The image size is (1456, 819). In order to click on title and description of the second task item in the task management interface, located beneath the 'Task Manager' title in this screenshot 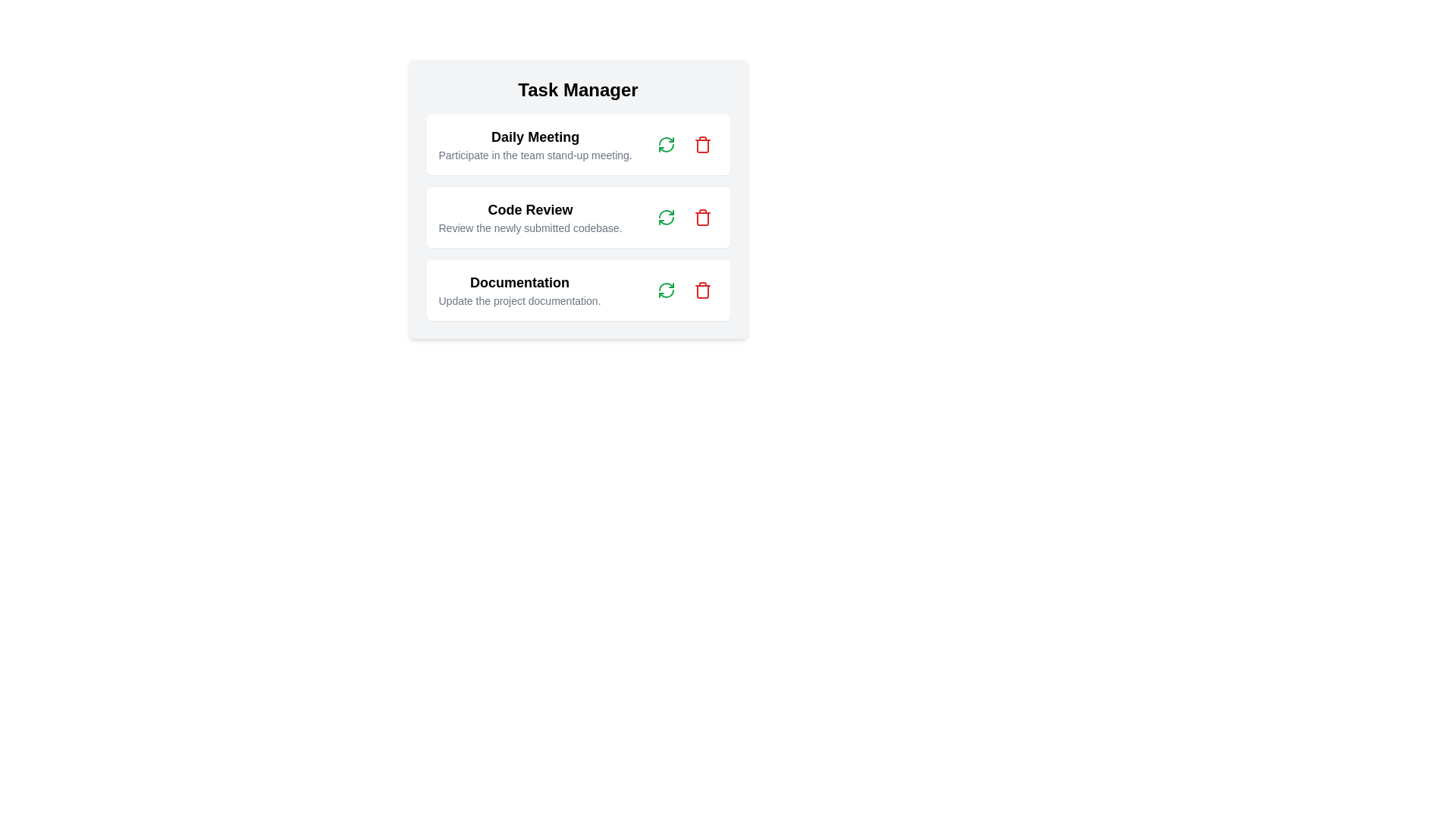, I will do `click(577, 198)`.